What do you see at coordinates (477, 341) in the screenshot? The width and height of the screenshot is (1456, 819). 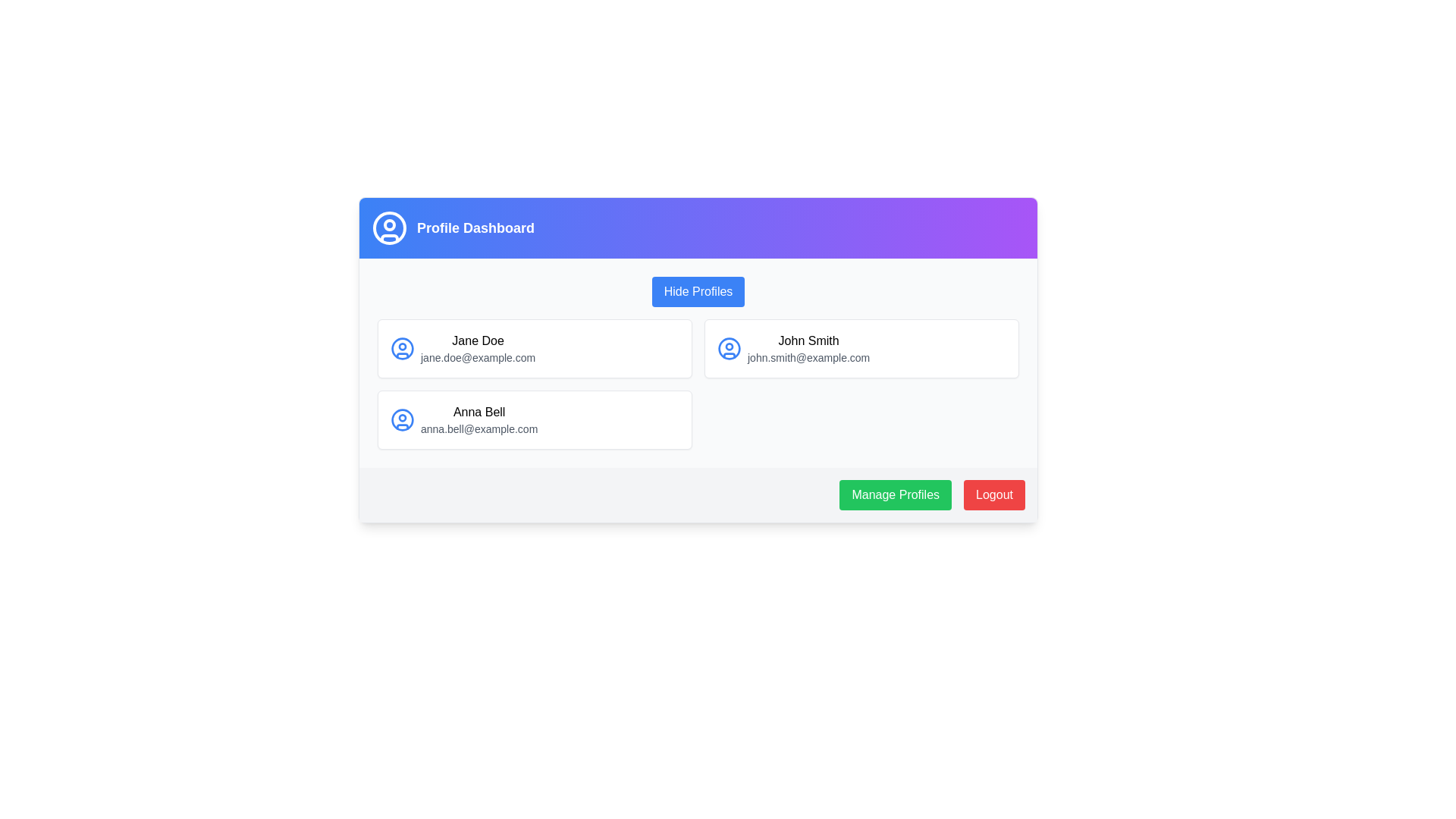 I see `the text label displaying the name 'Jane Doe' located in the top-left profile card under the 'Profile Dashboard' banner` at bounding box center [477, 341].